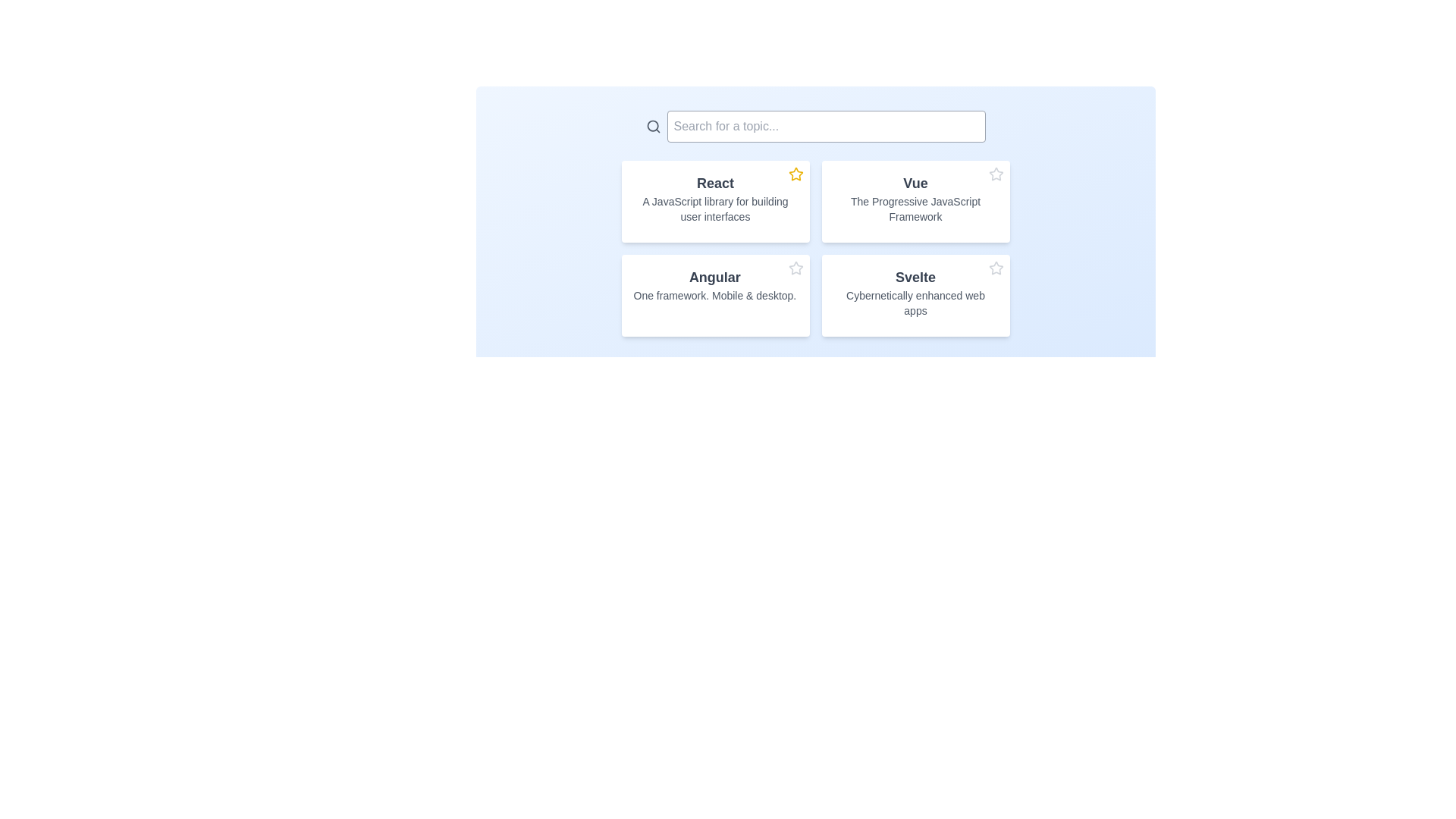 This screenshot has height=819, width=1456. What do you see at coordinates (915, 209) in the screenshot?
I see `the text display that provides additional context about the 'Vue' framework, located below the title text in the vertical layout` at bounding box center [915, 209].